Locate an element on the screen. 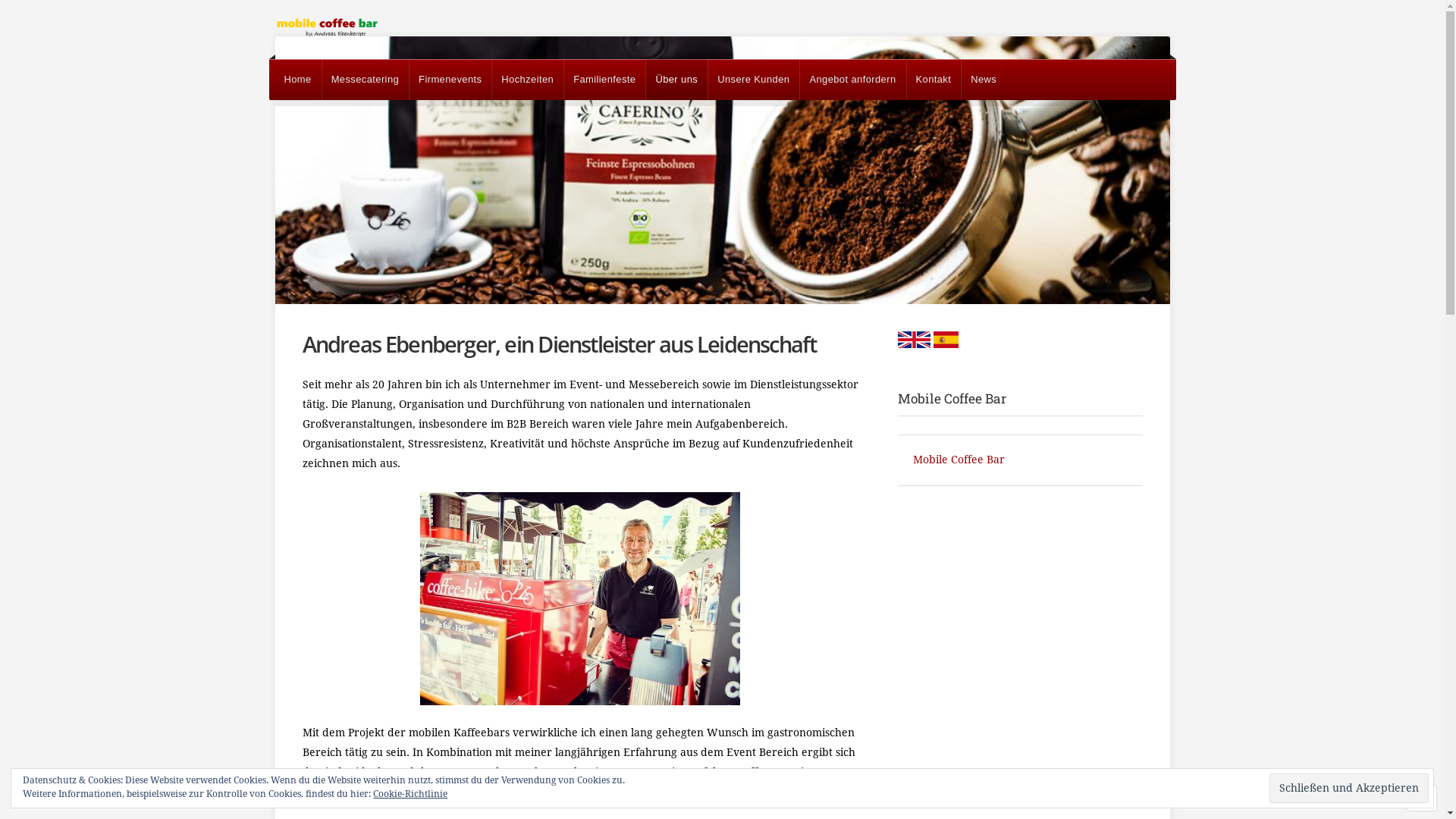  'Mobile Coffee Bar' is located at coordinates (958, 458).